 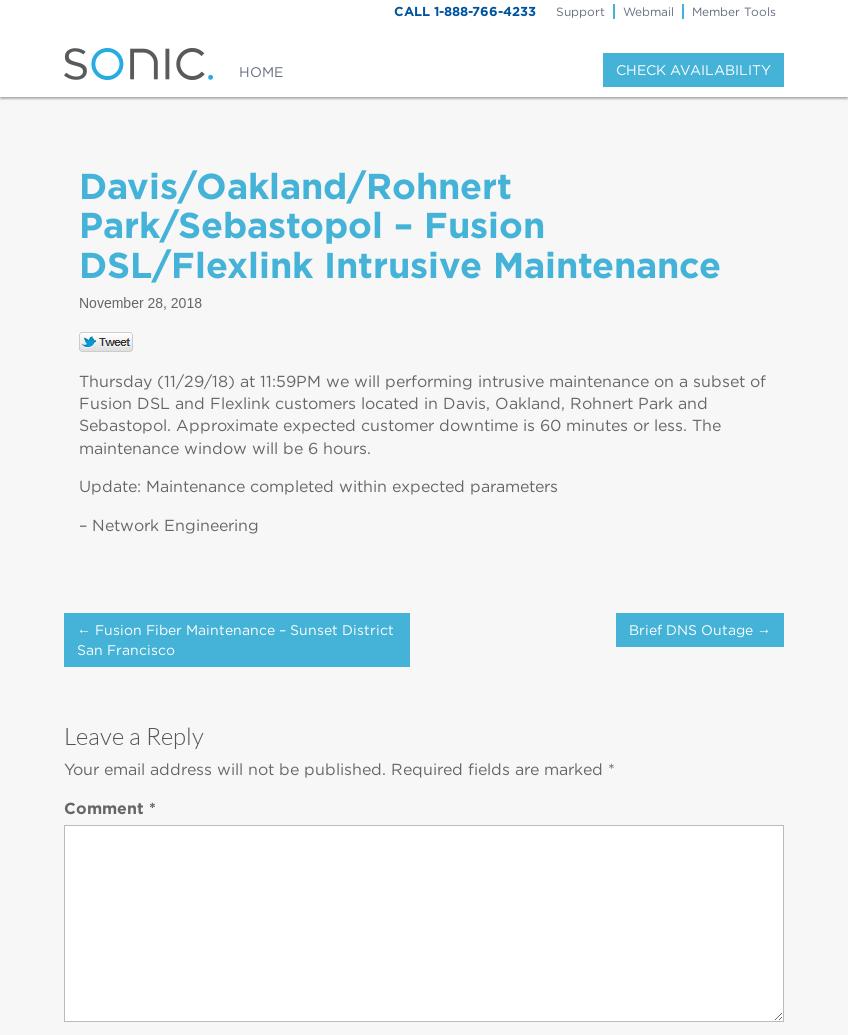 What do you see at coordinates (422, 414) in the screenshot?
I see `'Thursday (11/29/18) at 11:59PM we will performing intrusive maintenance on a subset of Fusion DSL and Flexlink customers located in Davis, Oakland, Rohnert Park and Sebastopol. Approximate expected customer downtime is 60 minutes or less. The maintenance window will be 6 hours.'` at bounding box center [422, 414].